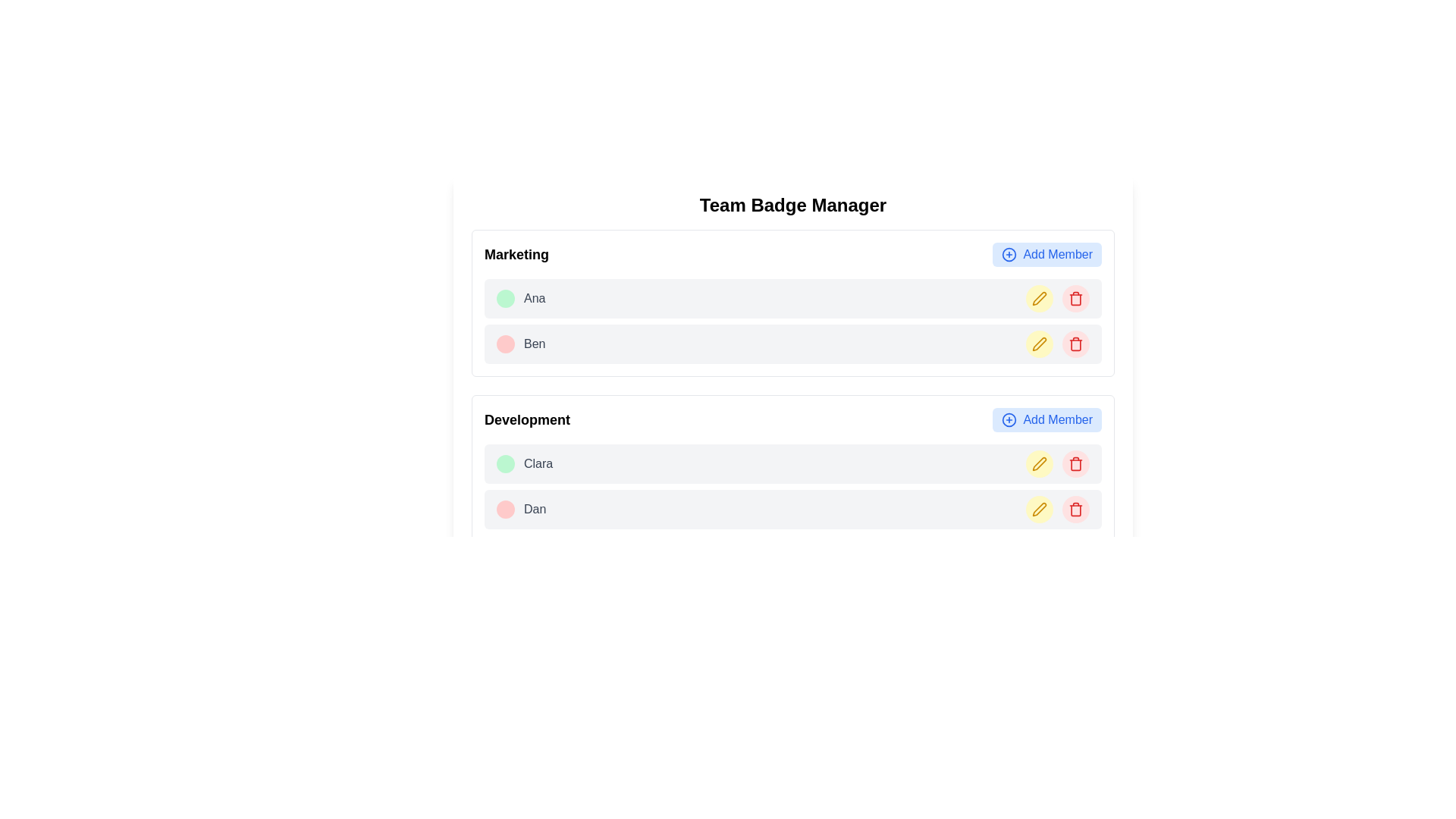 The width and height of the screenshot is (1456, 819). Describe the element at coordinates (1075, 298) in the screenshot. I see `the small red trash bin icon button located in the row for user 'Ben' under the 'Marketing' section` at that location.